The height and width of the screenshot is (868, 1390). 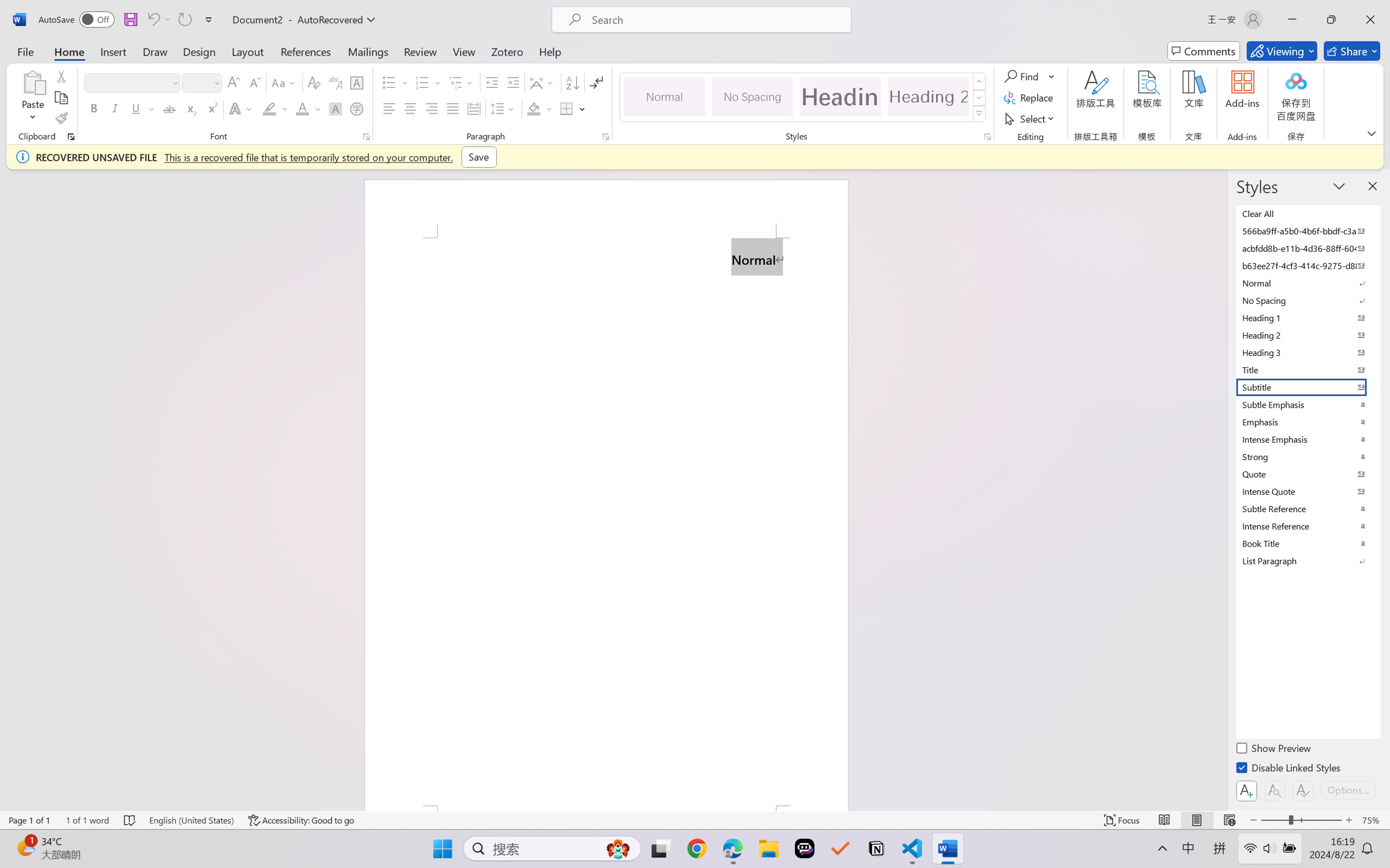 What do you see at coordinates (1307, 404) in the screenshot?
I see `'Subtle Emphasis'` at bounding box center [1307, 404].